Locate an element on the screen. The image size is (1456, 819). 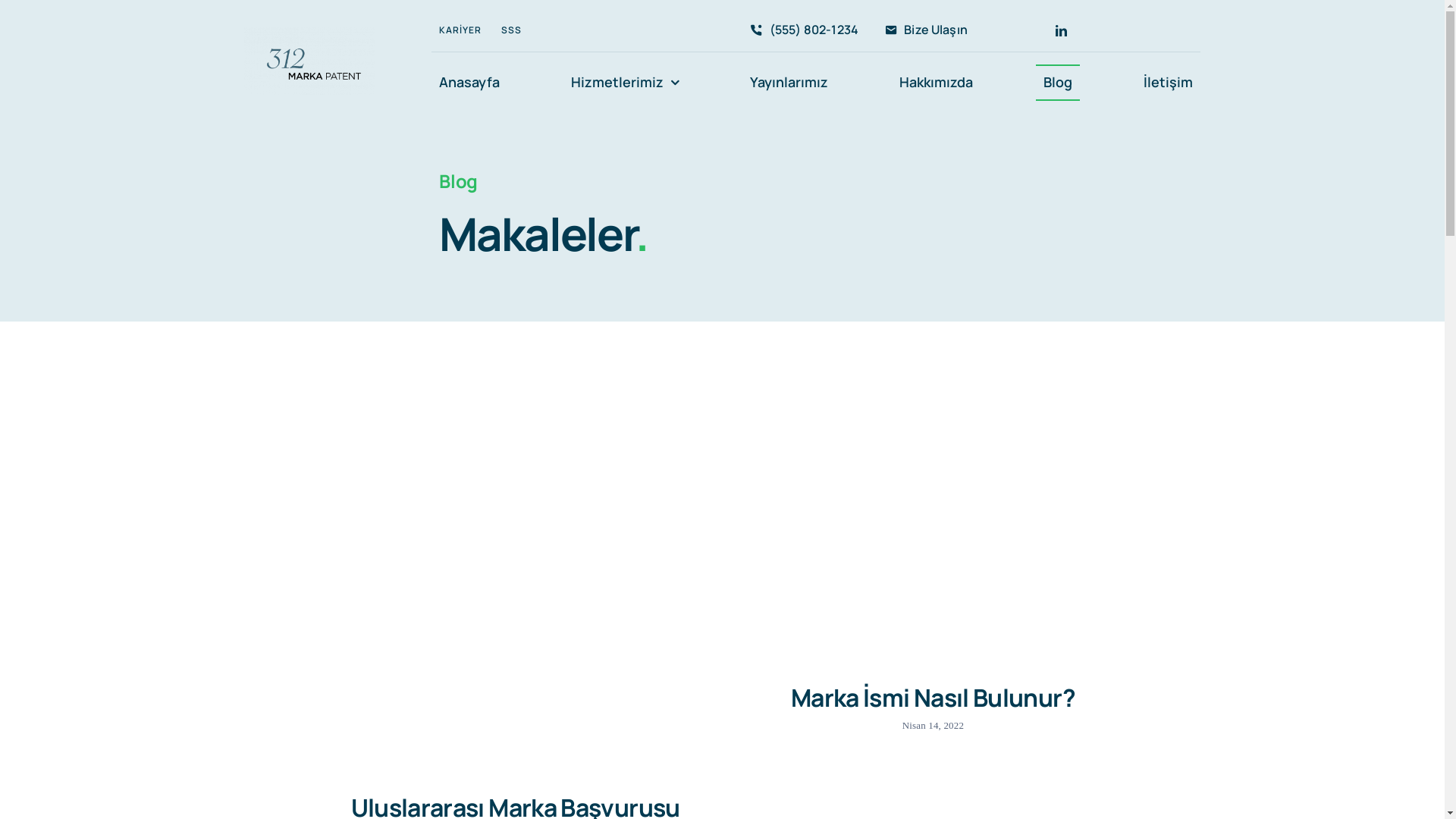
'Hizmetlerimiz' is located at coordinates (625, 82).